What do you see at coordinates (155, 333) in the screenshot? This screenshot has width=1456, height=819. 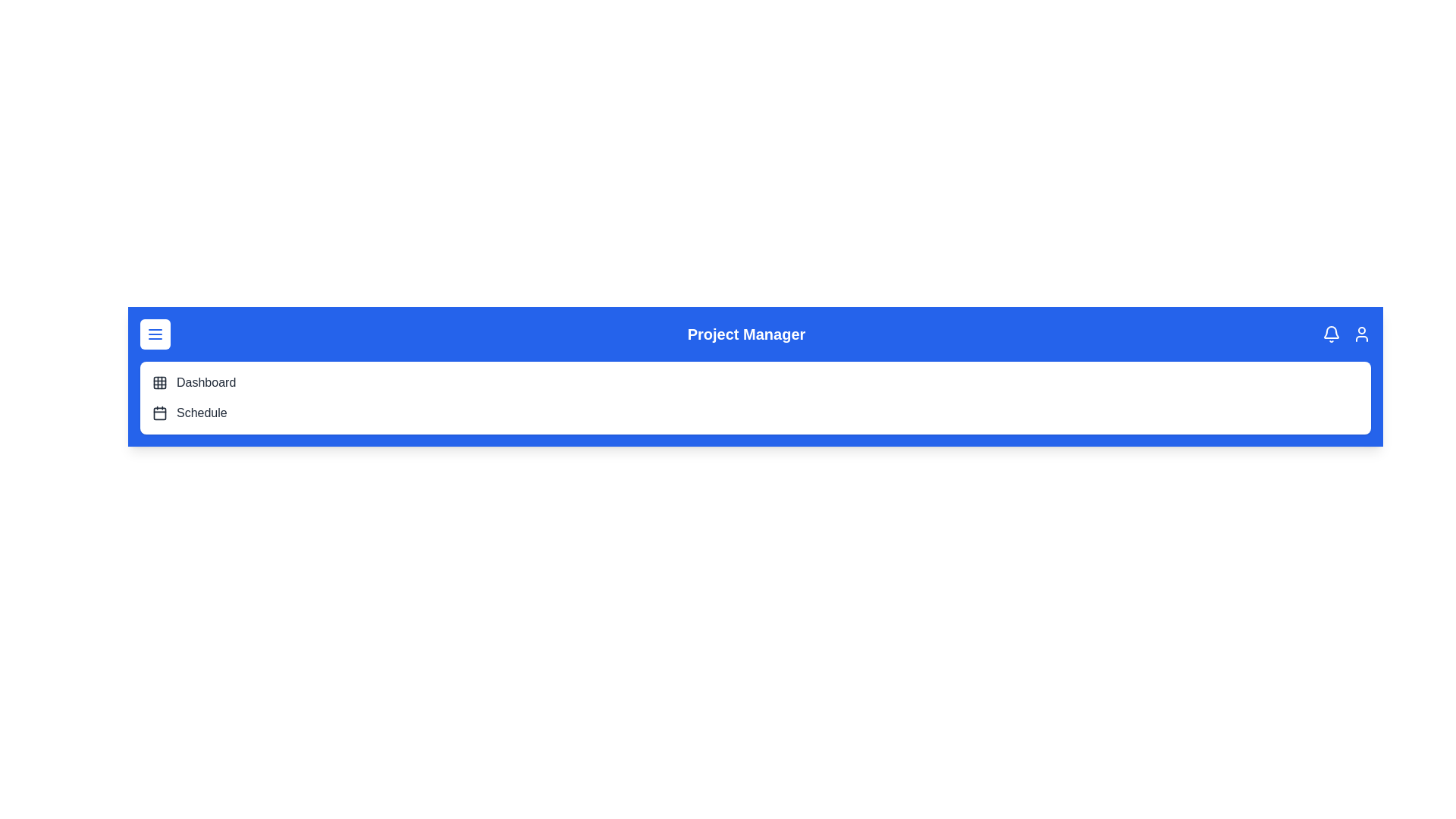 I see `the menu toggle button to toggle the menu visibility` at bounding box center [155, 333].